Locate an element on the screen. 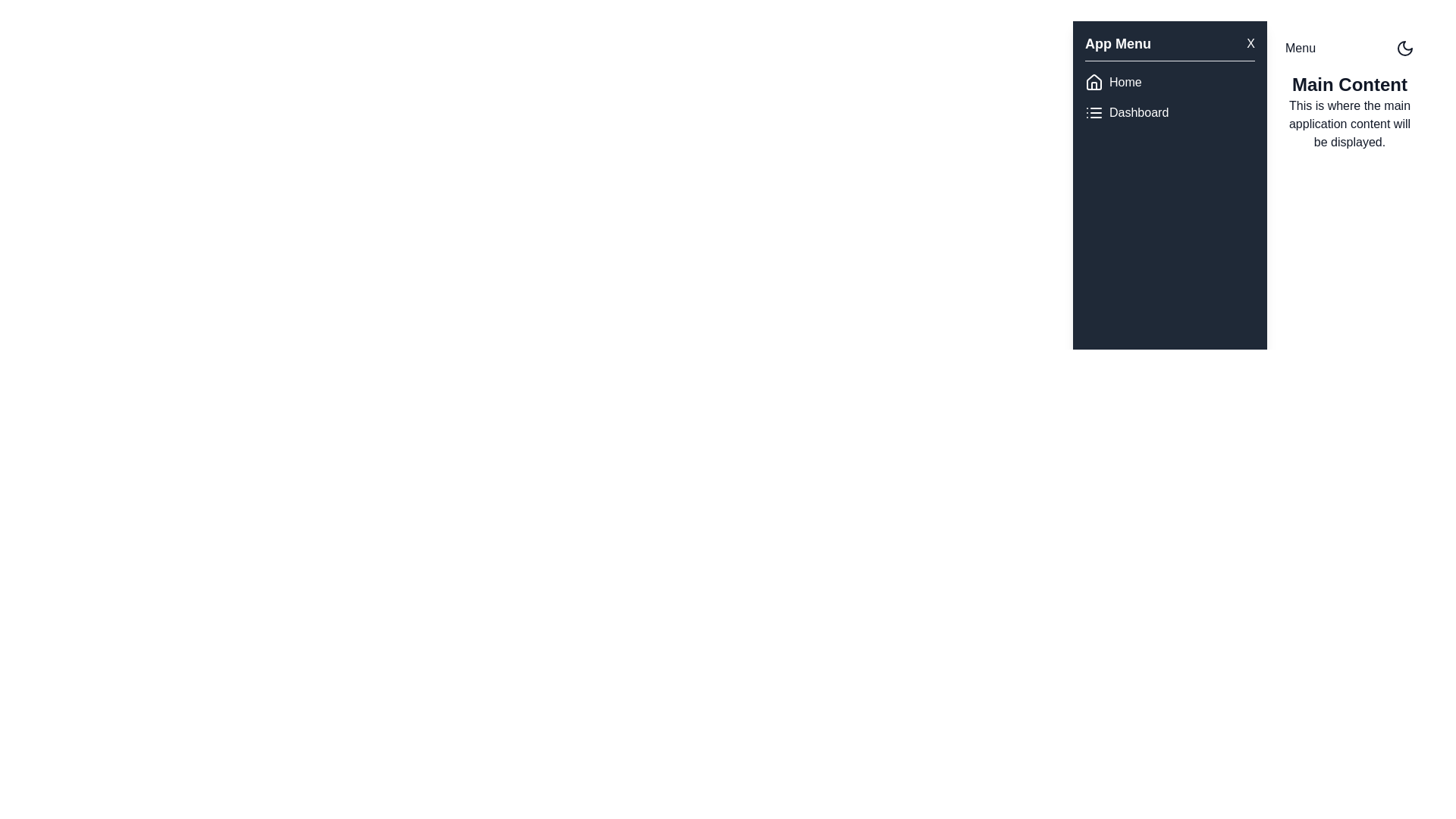 The image size is (1456, 819). the text label located at the top right of the interface is located at coordinates (1299, 48).